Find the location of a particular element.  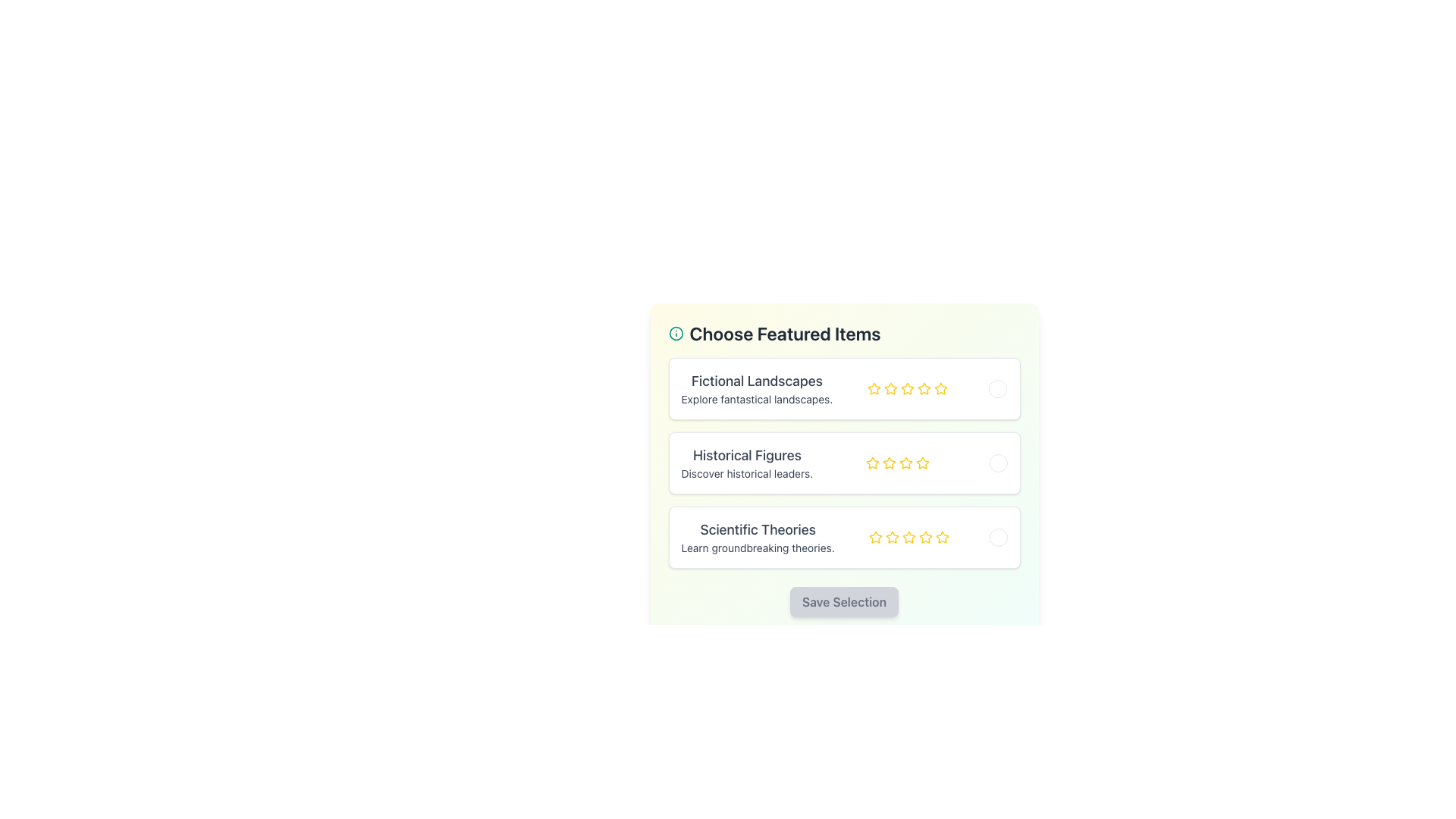

the third star in the rating section for 'Scientific Theories' is located at coordinates (908, 536).